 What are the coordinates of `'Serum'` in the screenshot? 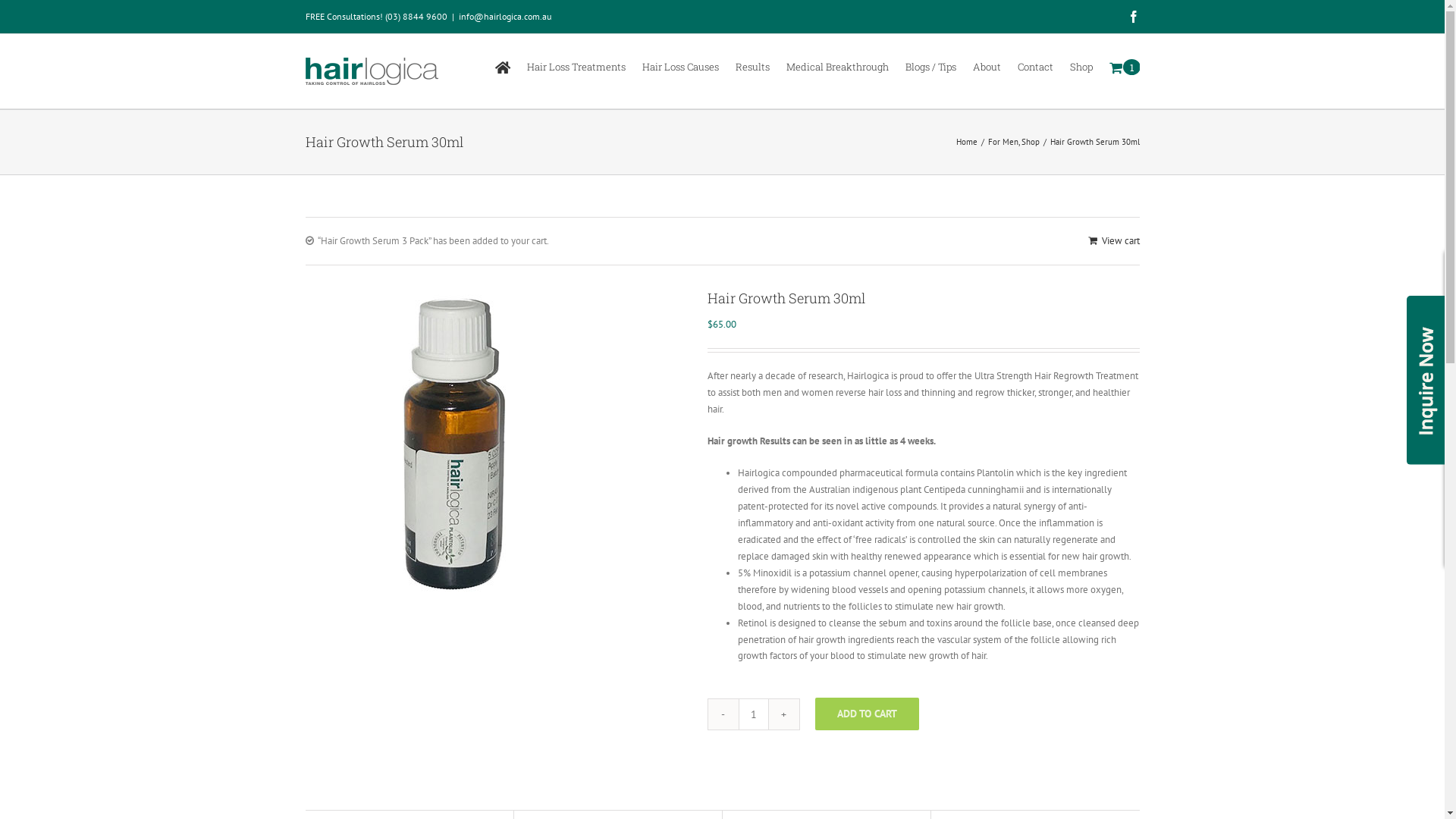 It's located at (455, 439).